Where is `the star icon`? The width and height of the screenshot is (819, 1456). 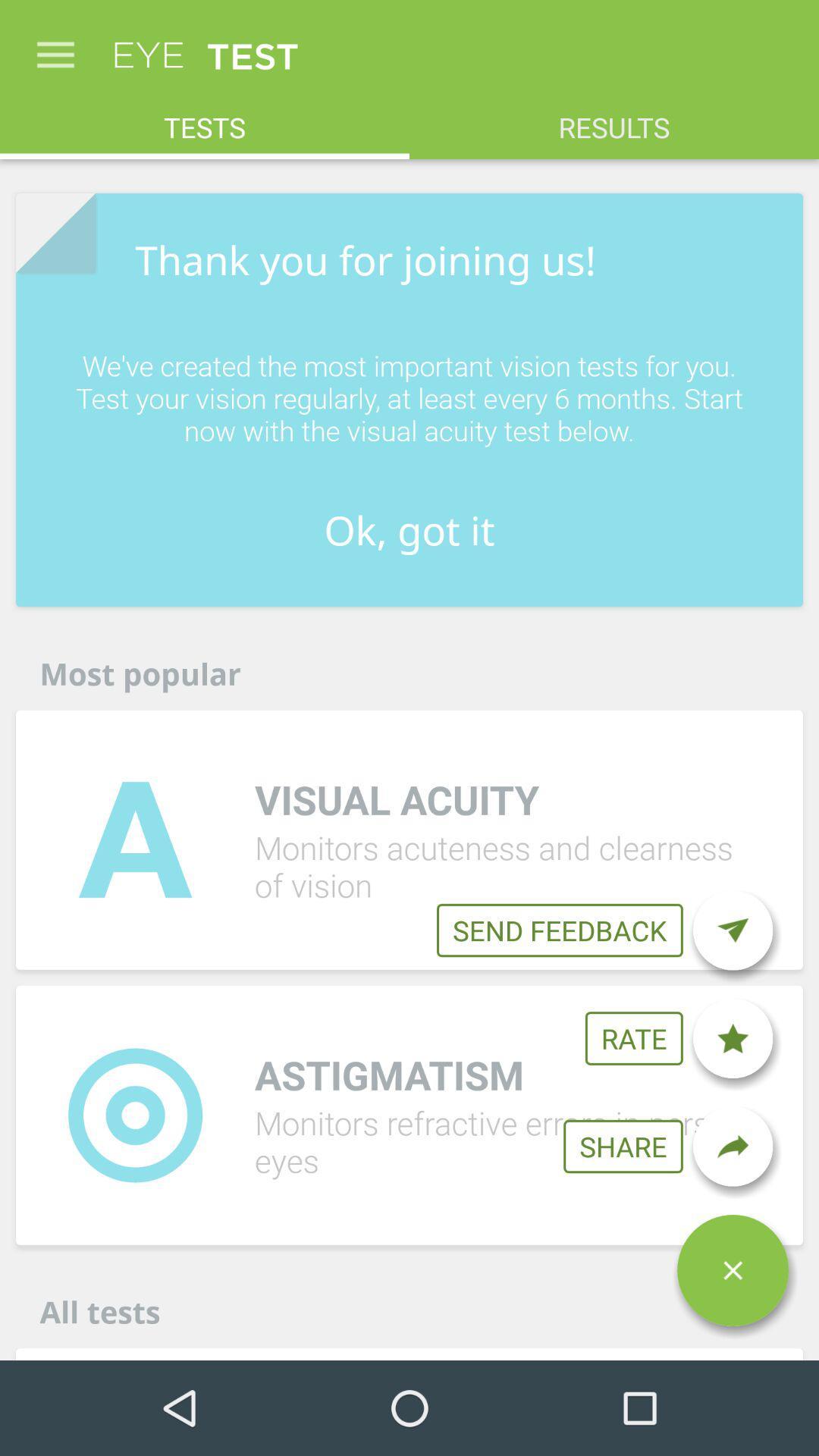 the star icon is located at coordinates (732, 1037).